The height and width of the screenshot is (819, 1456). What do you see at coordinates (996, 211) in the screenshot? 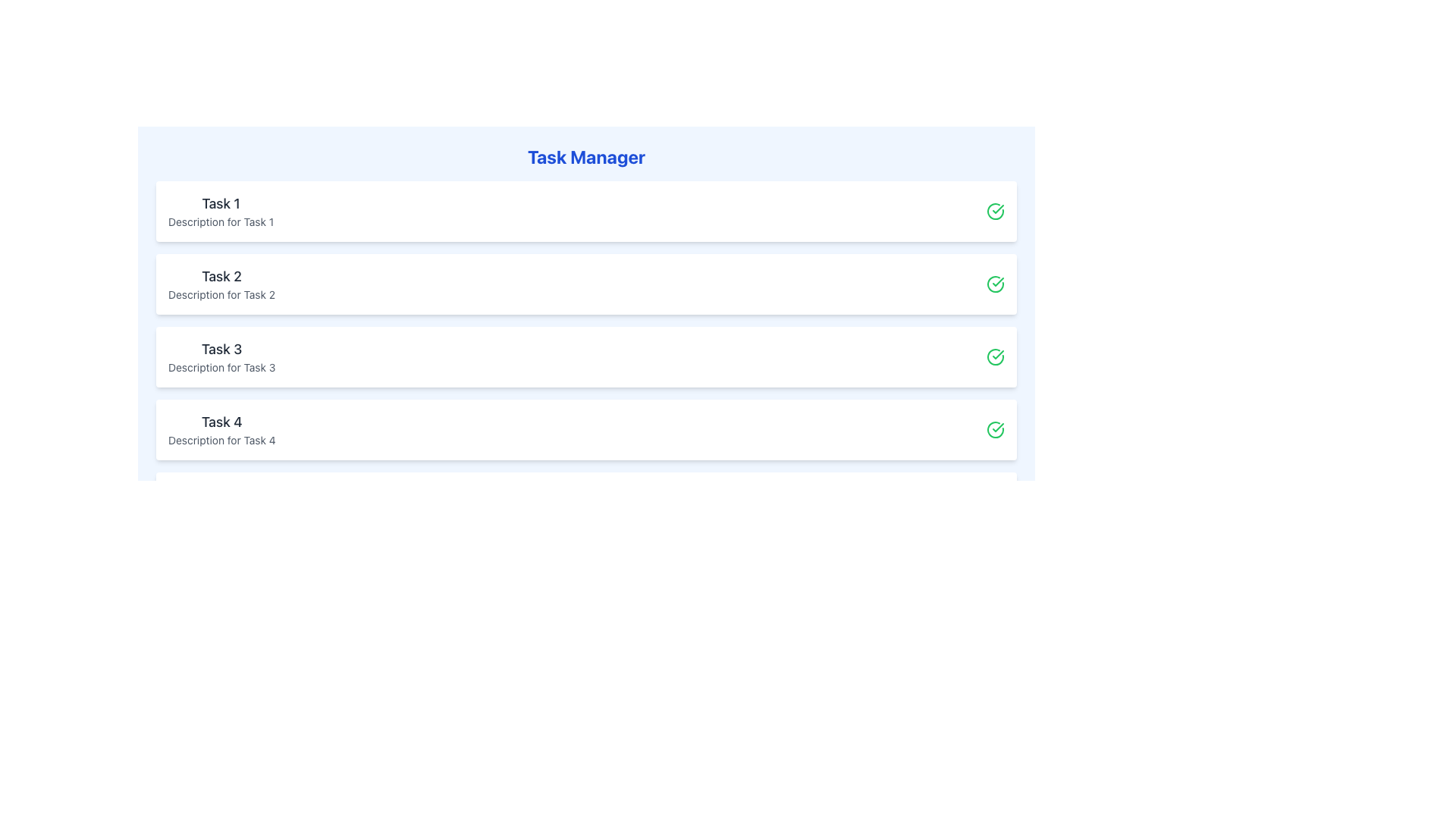
I see `the checkmark icon indicating the completion status of 'Task 1'` at bounding box center [996, 211].